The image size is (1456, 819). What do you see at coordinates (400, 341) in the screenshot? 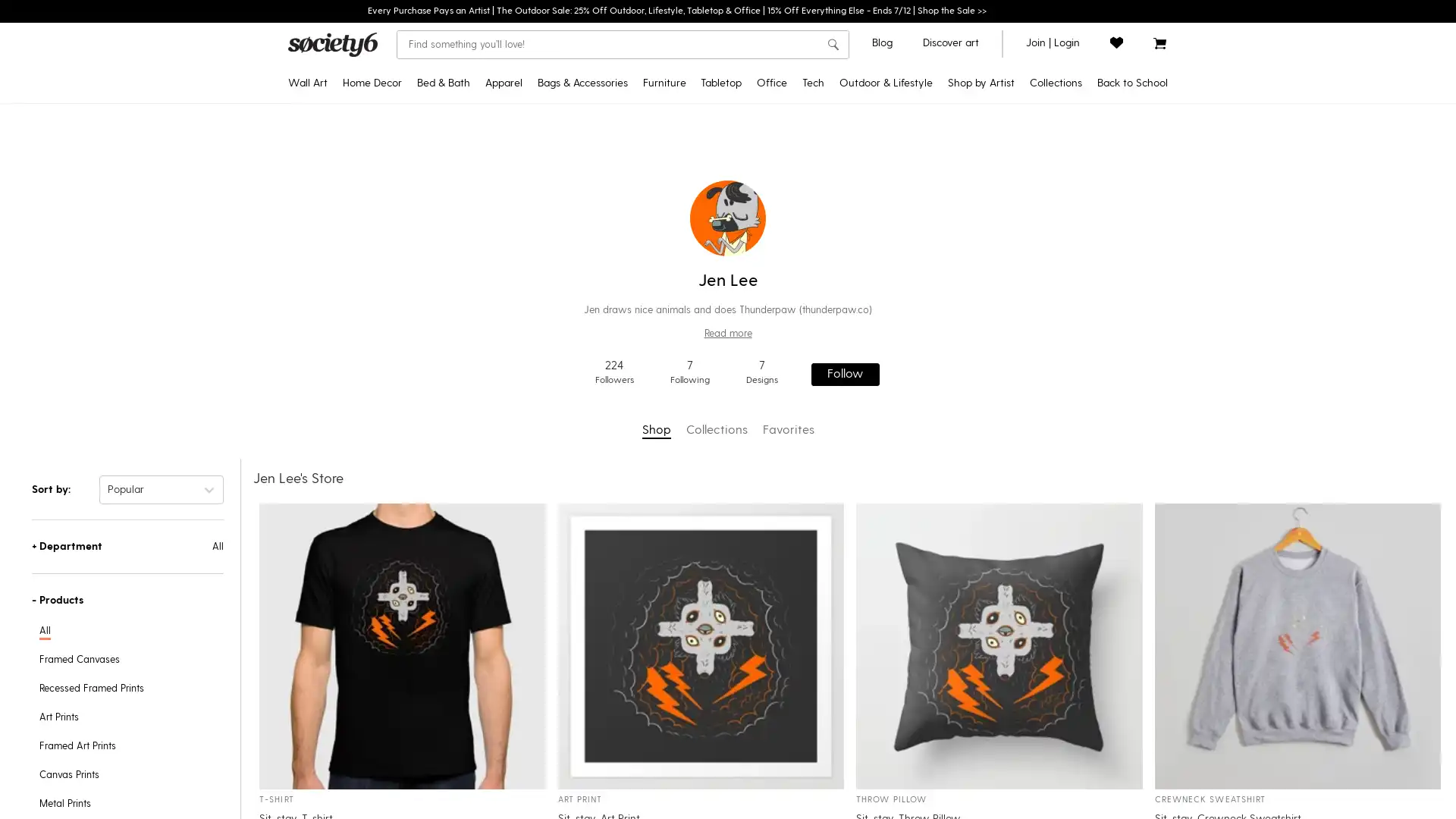
I see `Area Rugs` at bounding box center [400, 341].